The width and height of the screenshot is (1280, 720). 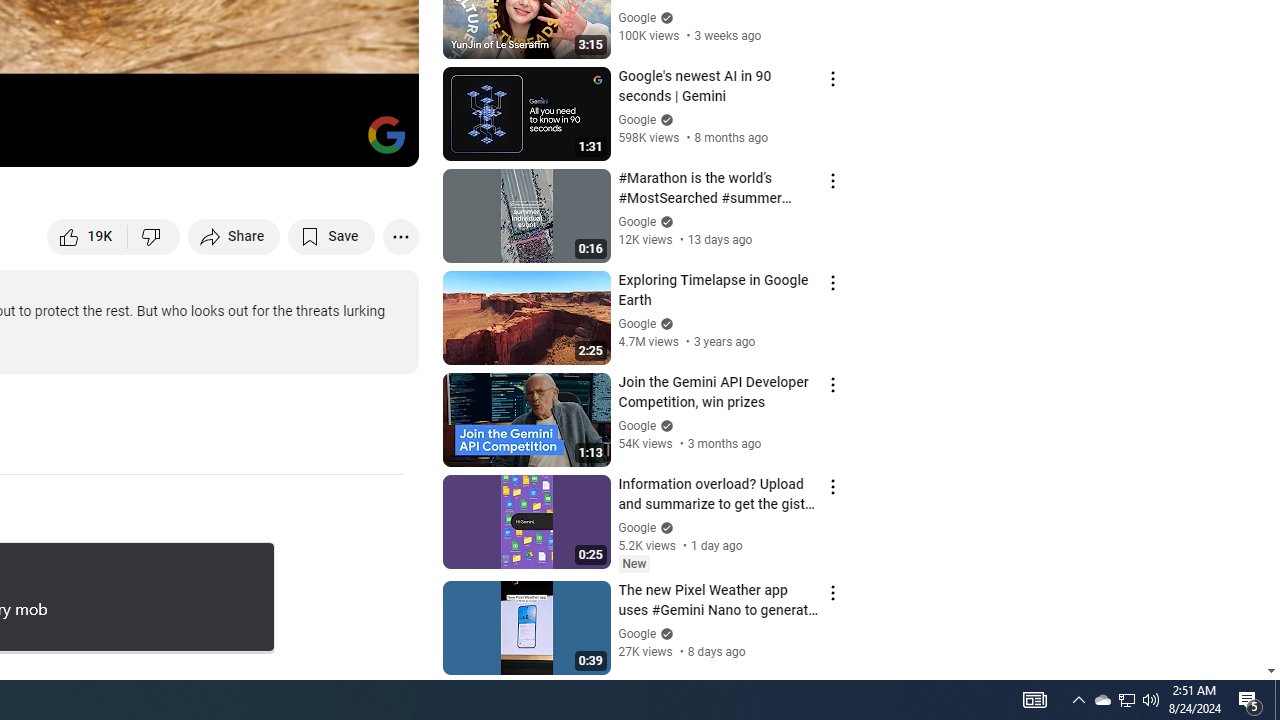 I want to click on 'Theater mode (t)', so click(x=334, y=141).